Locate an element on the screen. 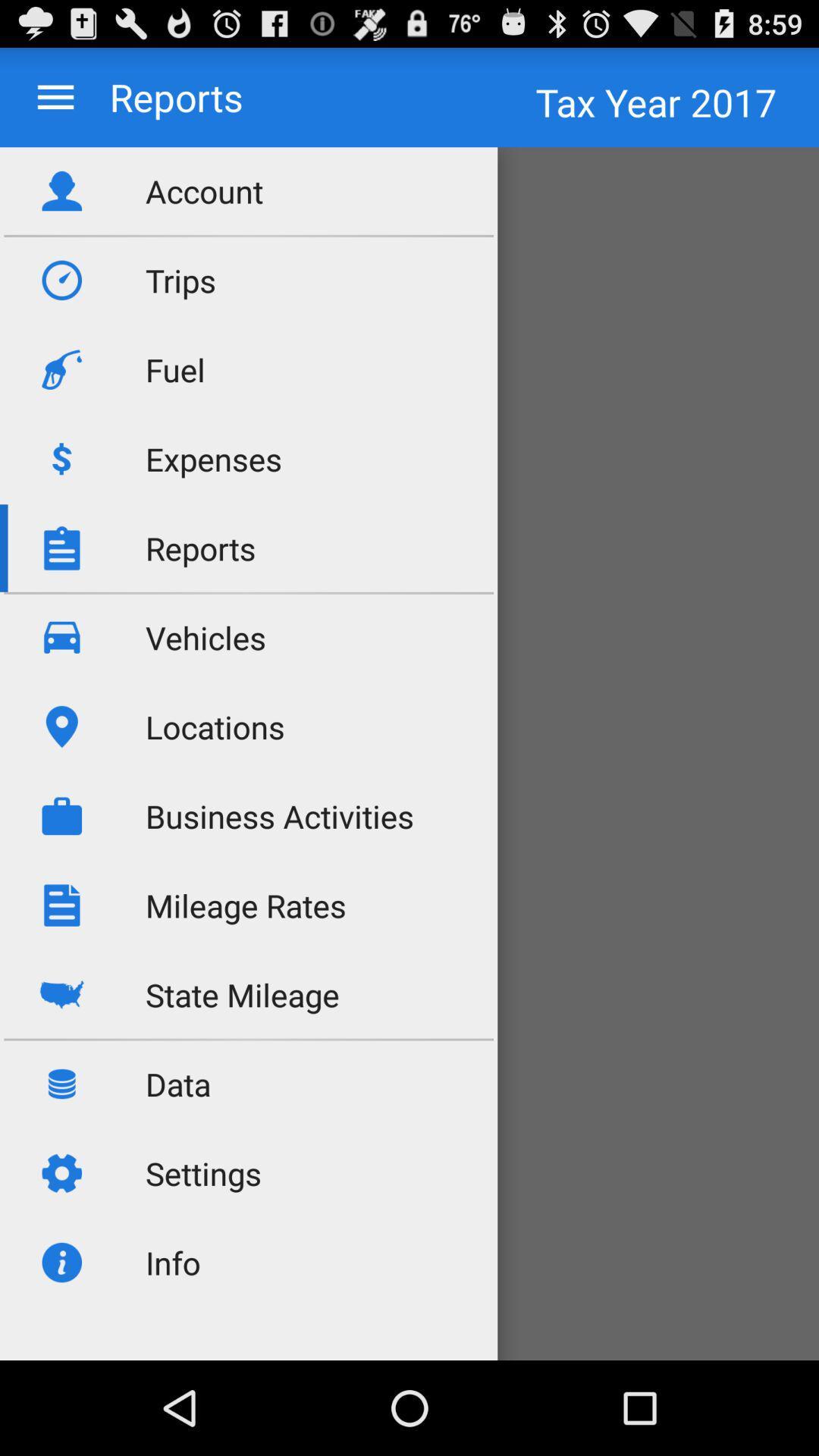  the icon next to the reports app is located at coordinates (55, 96).